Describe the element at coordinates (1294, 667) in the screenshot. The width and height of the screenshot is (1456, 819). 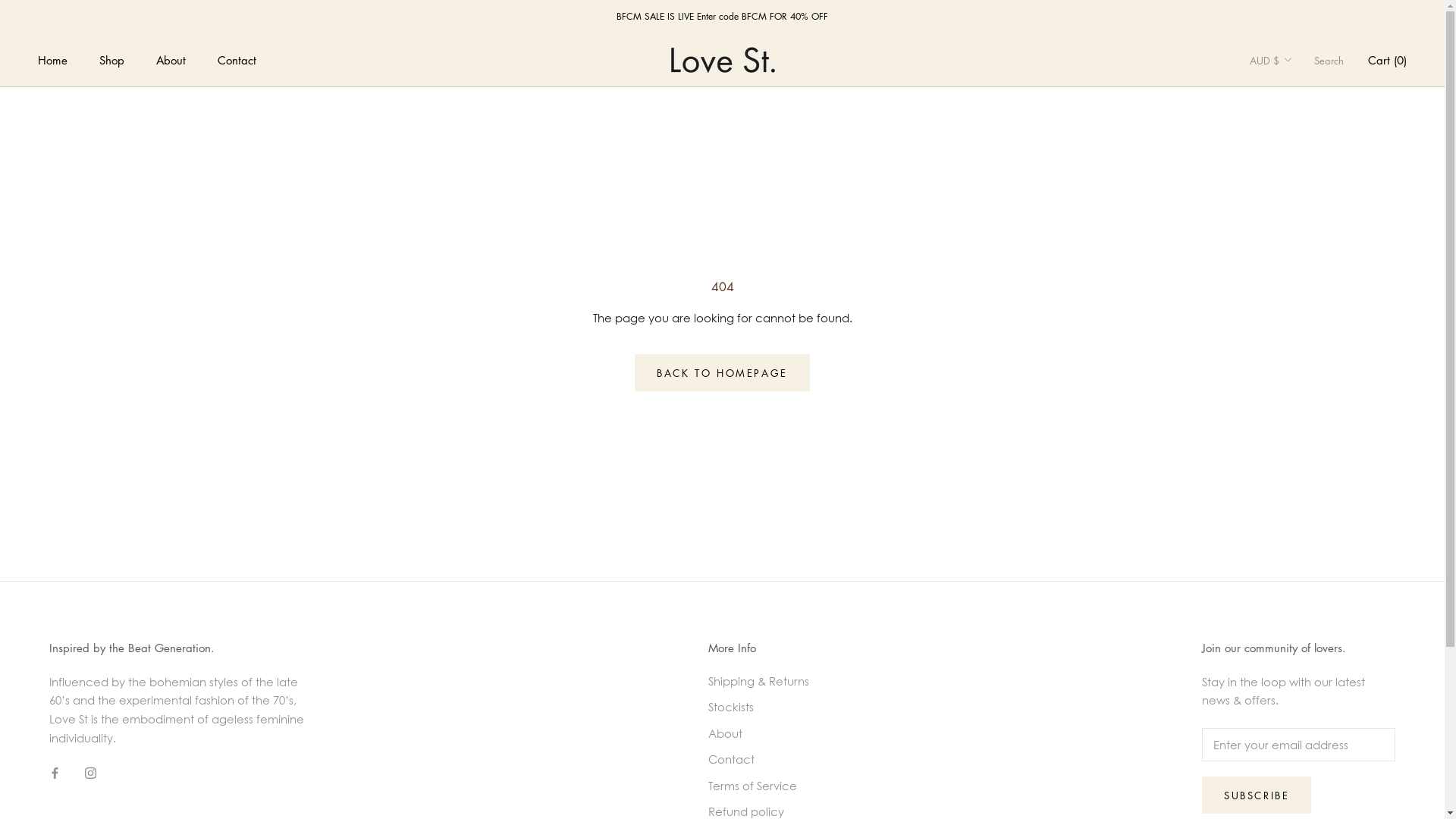
I see `'CZK'` at that location.